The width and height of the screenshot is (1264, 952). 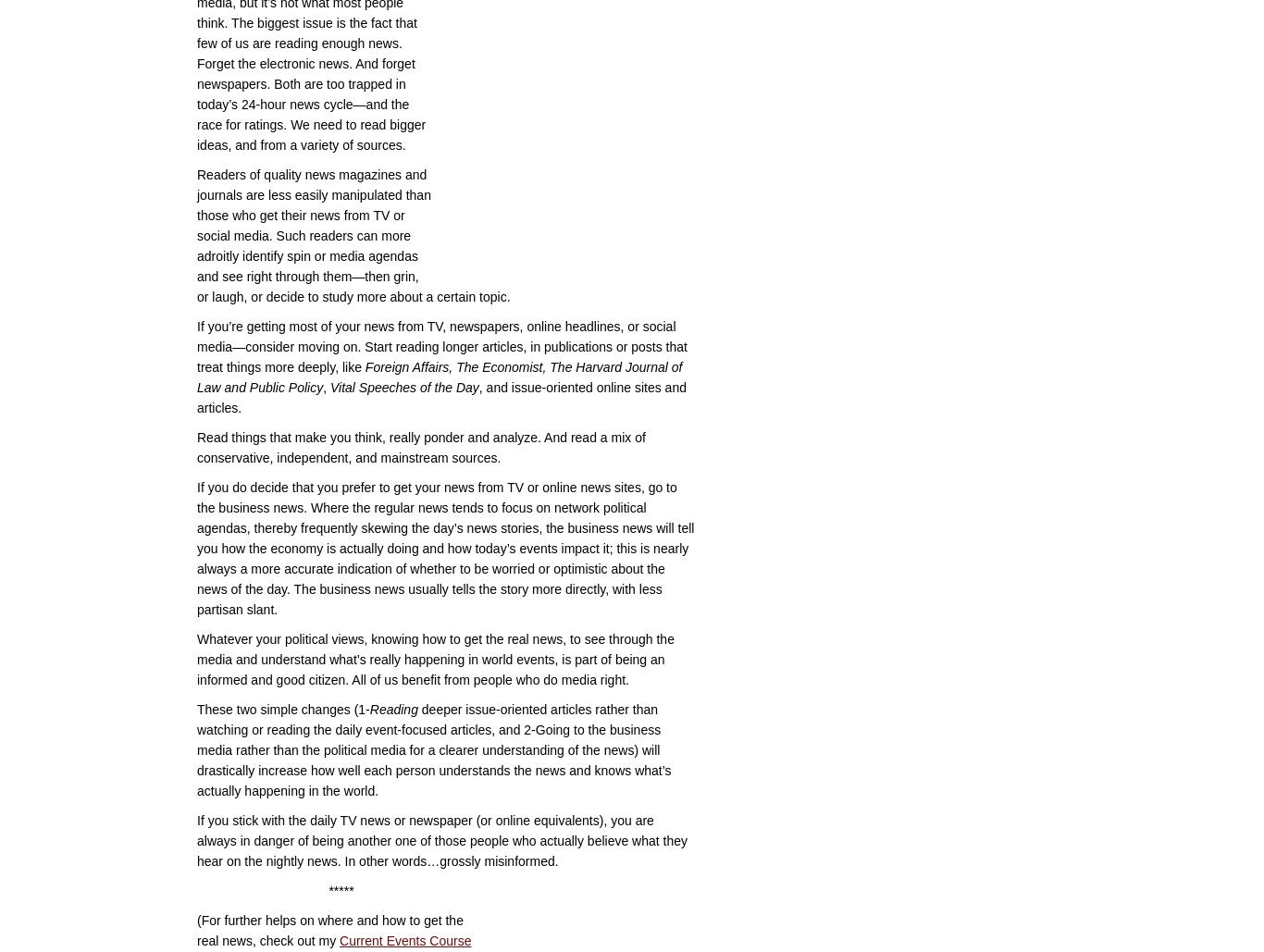 What do you see at coordinates (435, 658) in the screenshot?
I see `'Whatever your political views, knowing how to get the real news, to see through the media and understand what’s really happening in world events, is part of being an informed and good citizen. All of us benefit from people who do media right.'` at bounding box center [435, 658].